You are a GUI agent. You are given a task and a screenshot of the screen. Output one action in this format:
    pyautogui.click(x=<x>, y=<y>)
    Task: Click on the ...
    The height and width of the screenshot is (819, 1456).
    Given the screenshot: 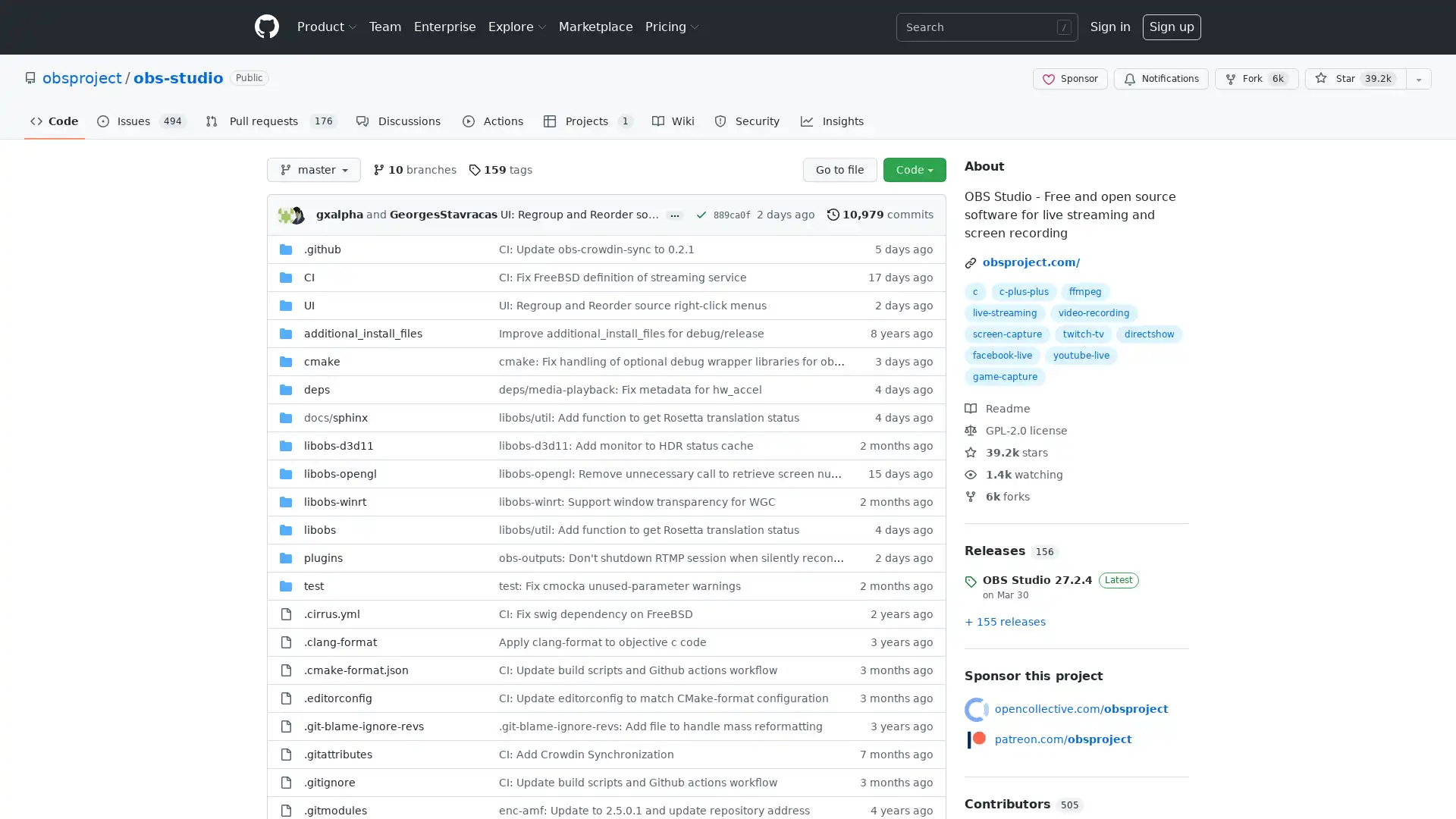 What is the action you would take?
    pyautogui.click(x=673, y=215)
    